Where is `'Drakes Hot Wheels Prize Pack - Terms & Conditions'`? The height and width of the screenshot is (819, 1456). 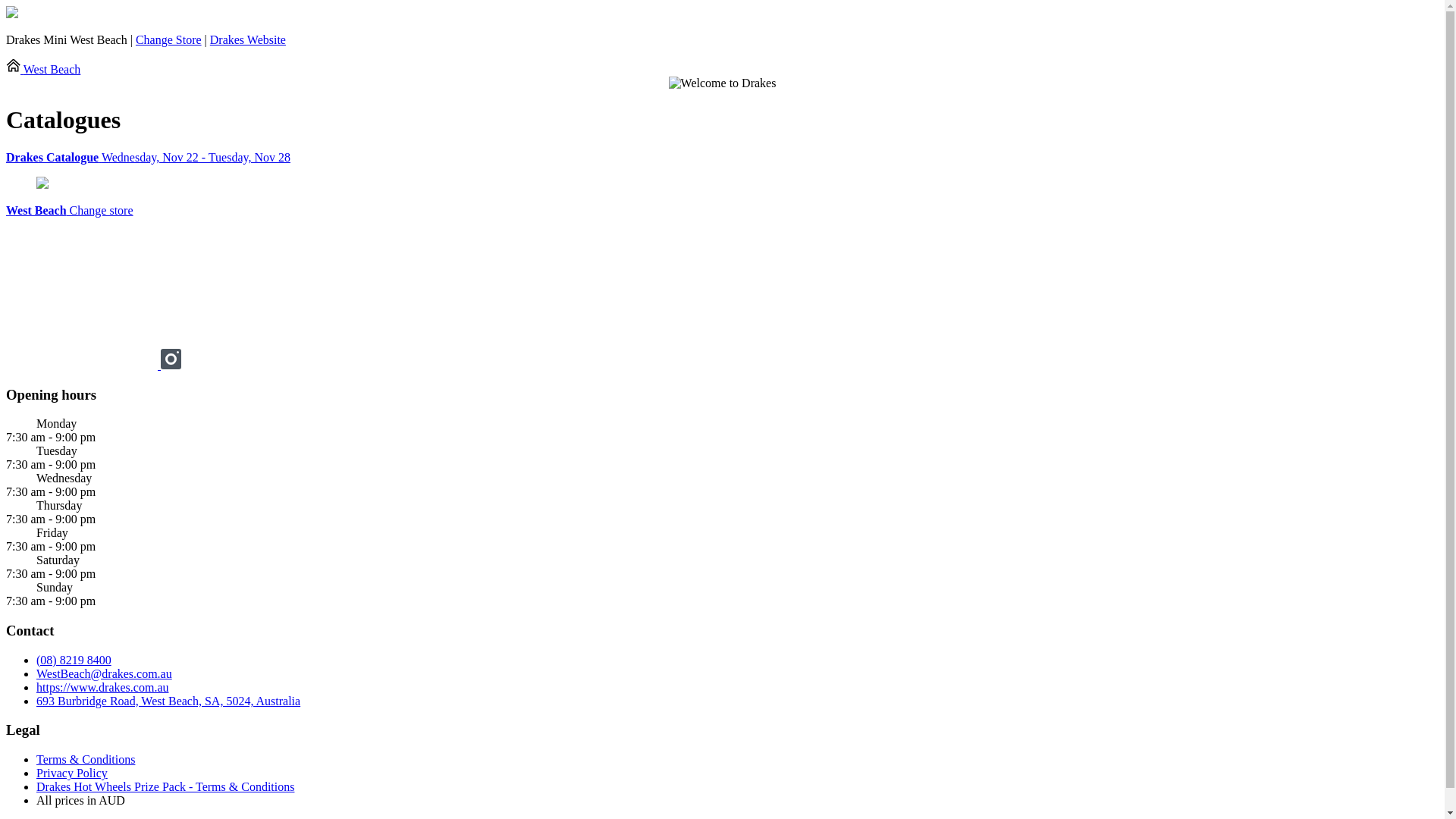 'Drakes Hot Wheels Prize Pack - Terms & Conditions' is located at coordinates (165, 786).